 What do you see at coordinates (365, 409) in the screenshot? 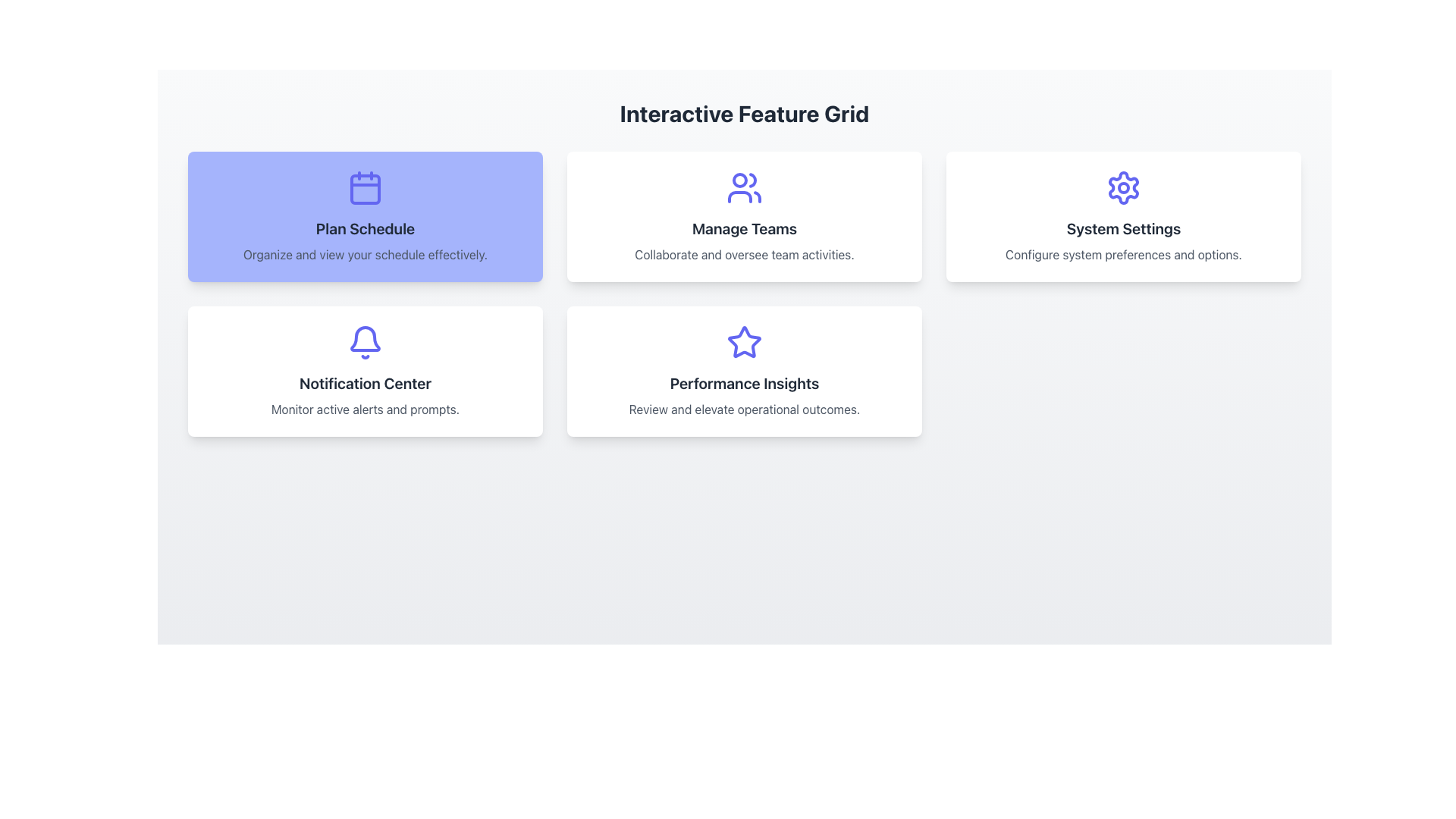
I see `the text label that reads 'Monitor active alerts and prompts.' which is styled with a center-aligned gray font and located at the bottom of the 'Notification Center' card` at bounding box center [365, 409].